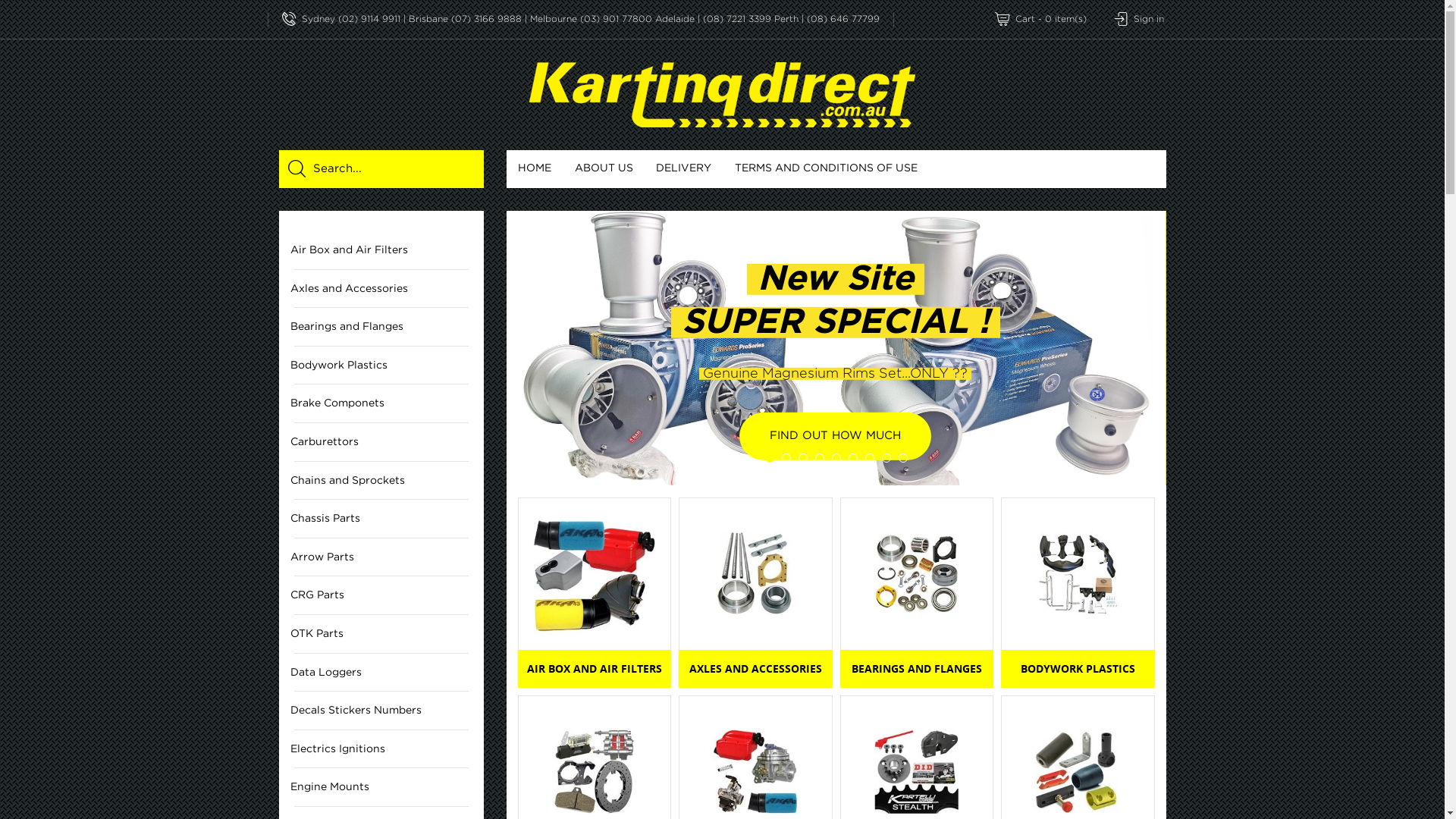  I want to click on 'Carburettors', so click(381, 442).